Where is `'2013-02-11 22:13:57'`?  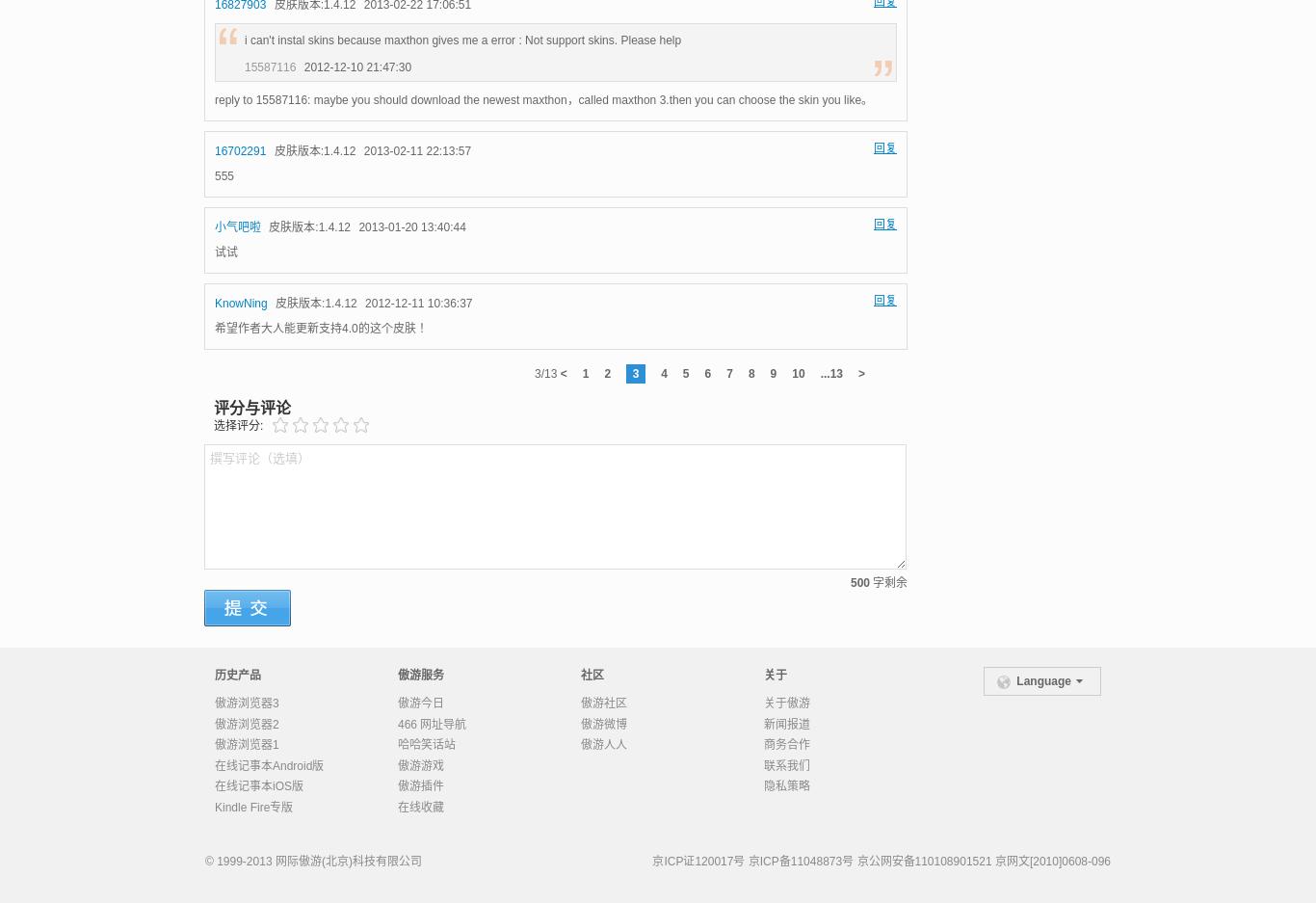 '2013-02-11 22:13:57' is located at coordinates (416, 149).